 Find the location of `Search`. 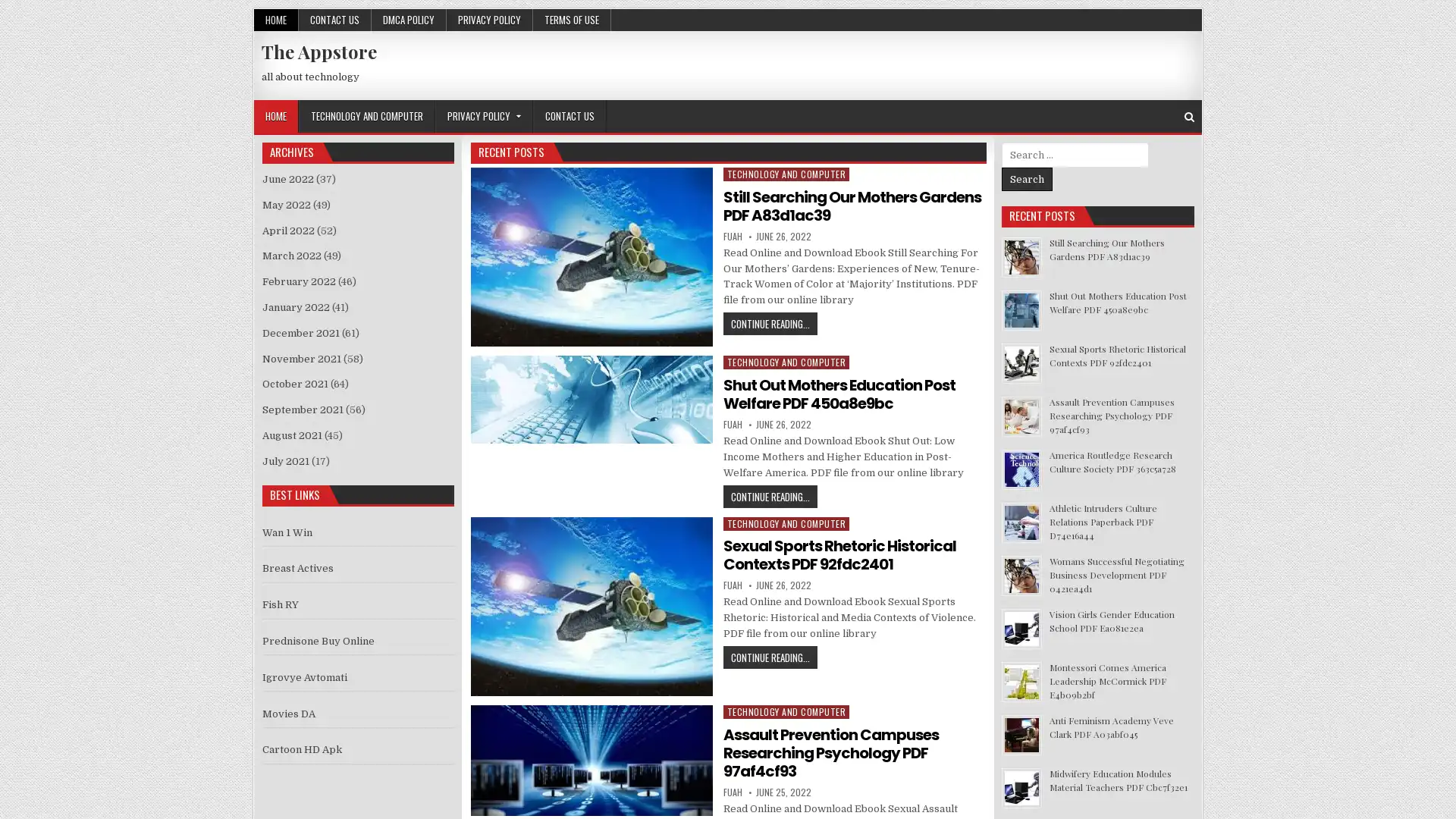

Search is located at coordinates (1027, 178).